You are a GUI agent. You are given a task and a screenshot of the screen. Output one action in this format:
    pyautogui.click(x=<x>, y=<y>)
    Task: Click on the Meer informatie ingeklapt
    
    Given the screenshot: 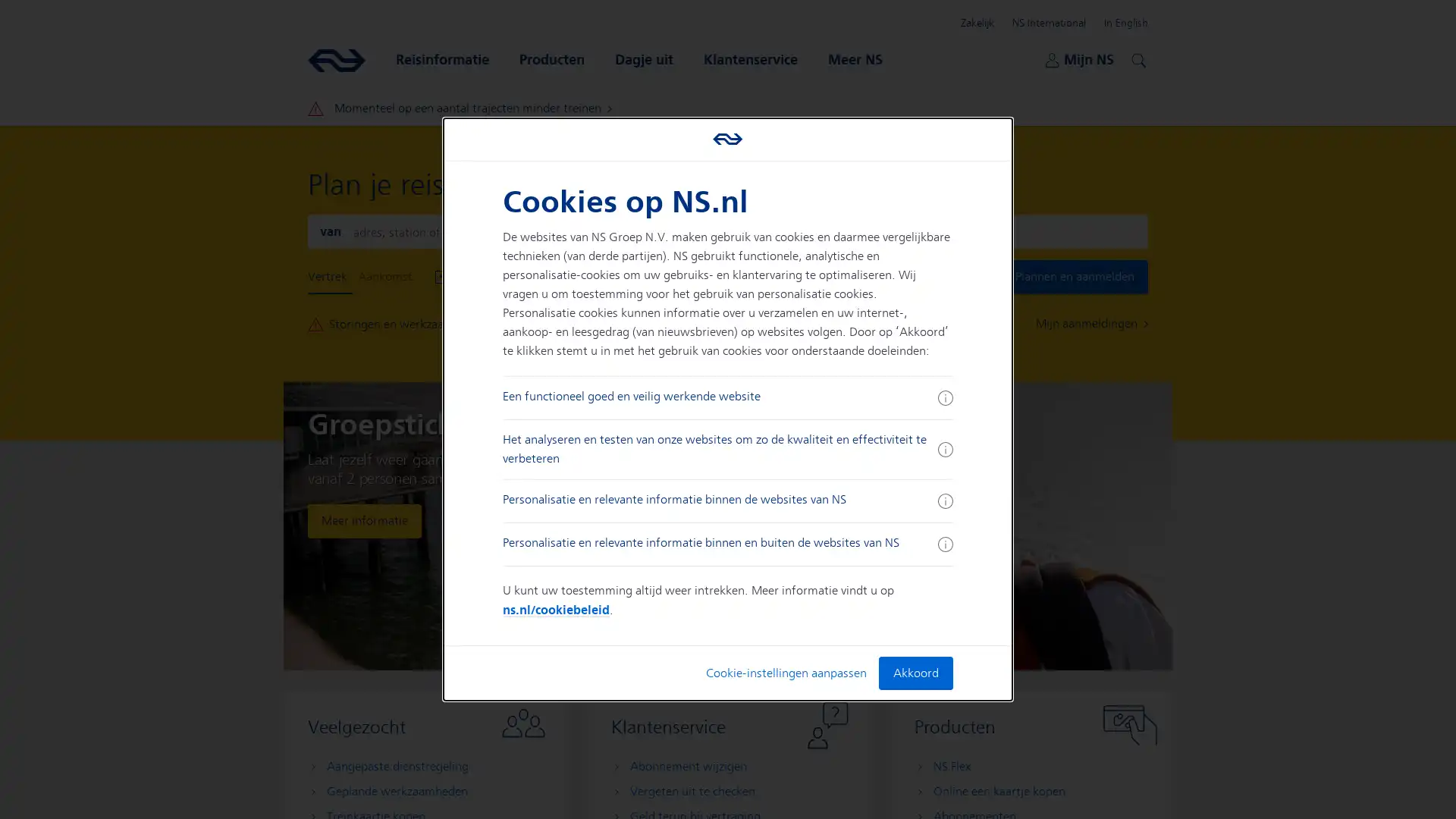 What is the action you would take?
    pyautogui.click(x=944, y=397)
    